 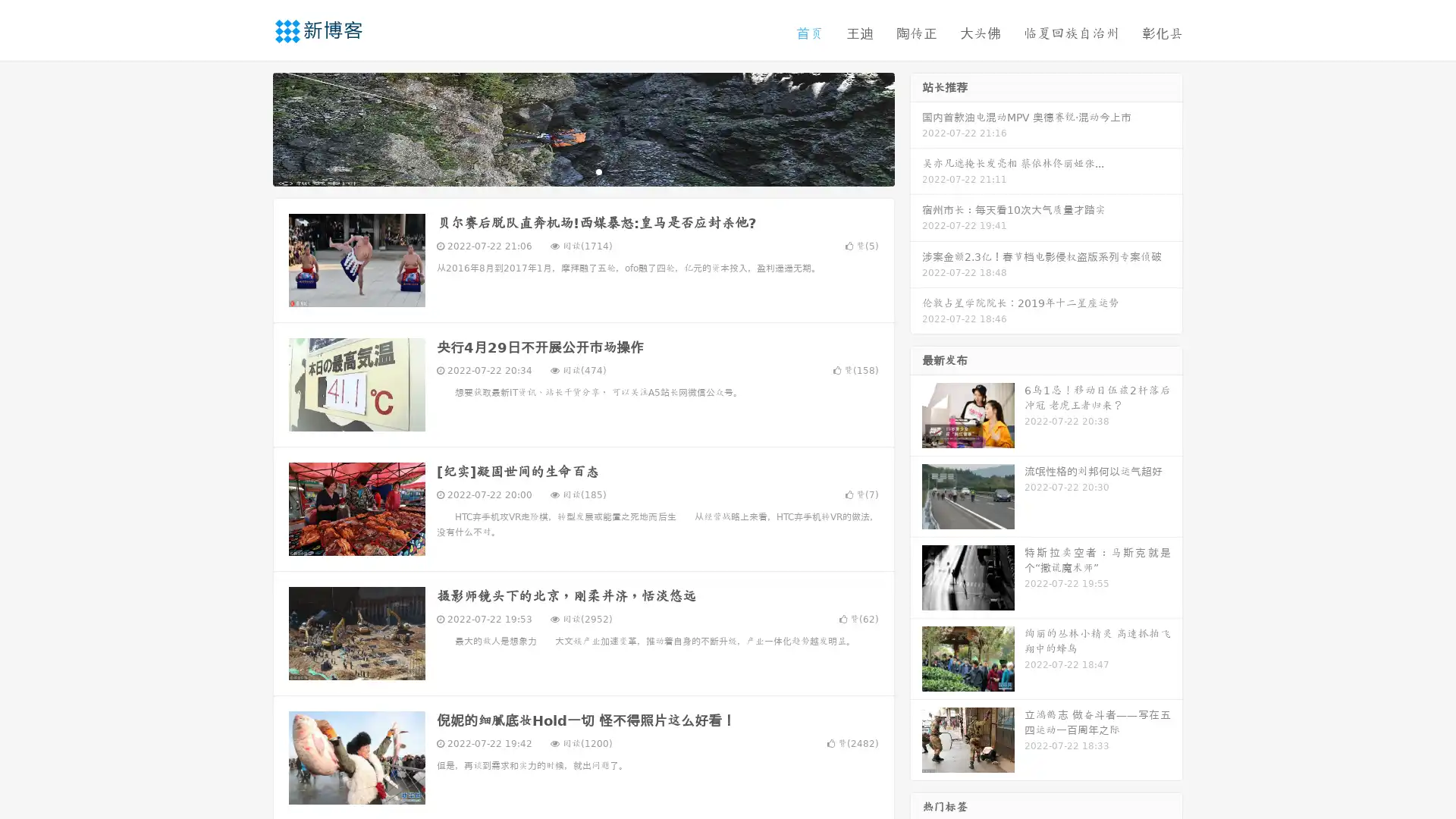 I want to click on Go to slide 3, so click(x=598, y=171).